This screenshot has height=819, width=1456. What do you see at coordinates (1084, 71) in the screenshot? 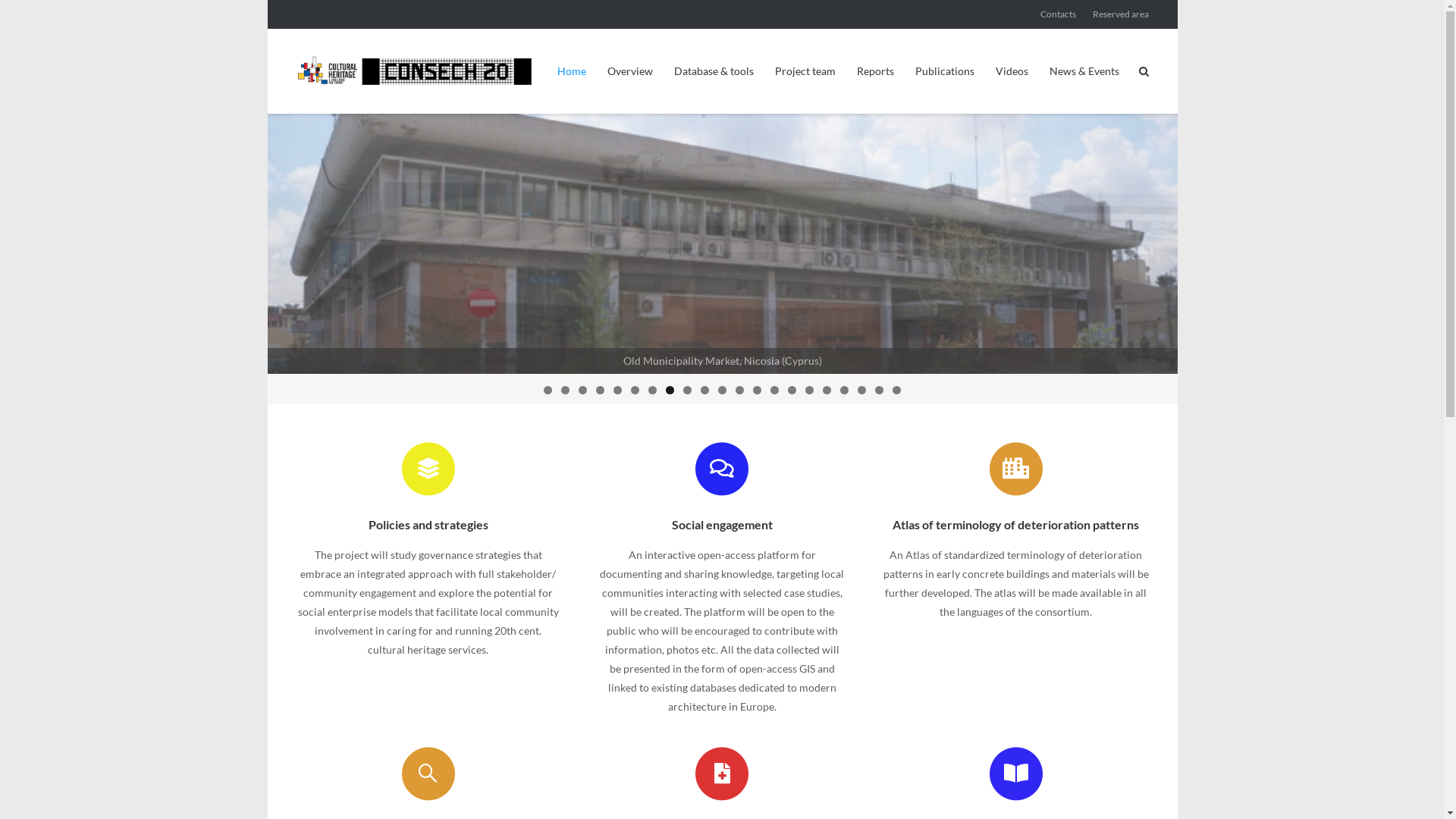
I see `'News & Events'` at bounding box center [1084, 71].